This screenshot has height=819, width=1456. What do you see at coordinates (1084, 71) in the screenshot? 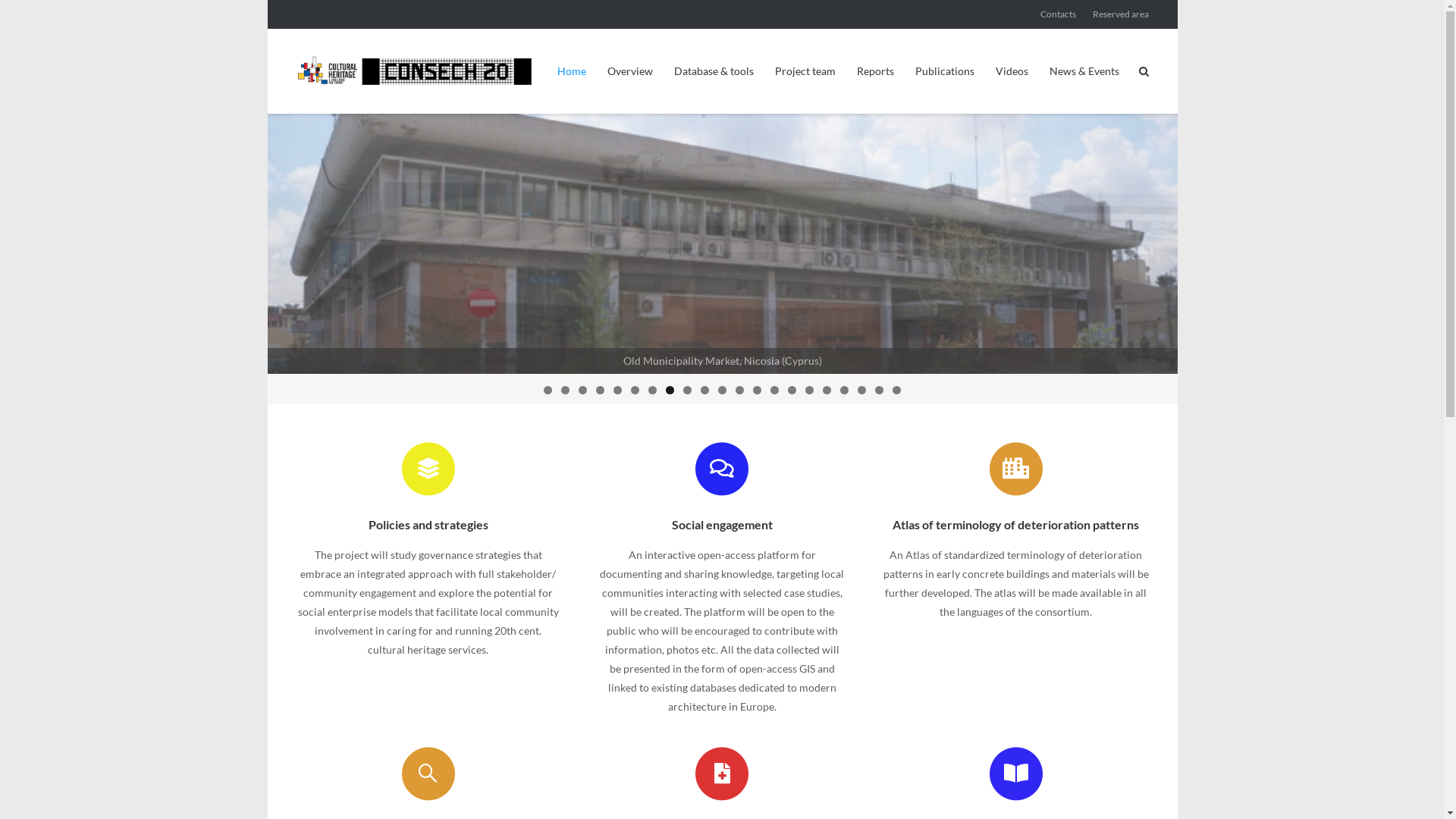
I see `'News & Events'` at bounding box center [1084, 71].